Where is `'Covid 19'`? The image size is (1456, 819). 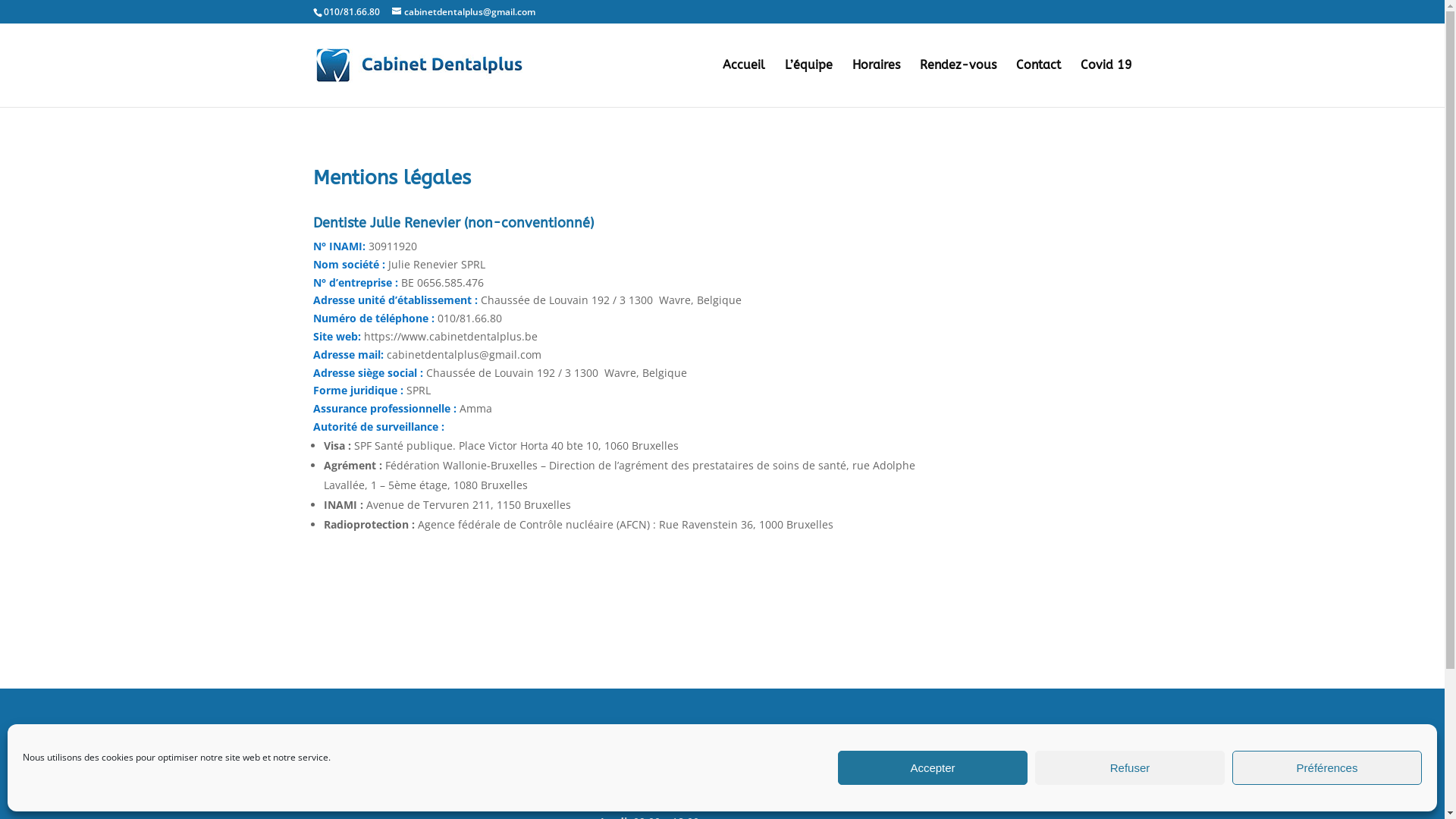 'Covid 19' is located at coordinates (1106, 83).